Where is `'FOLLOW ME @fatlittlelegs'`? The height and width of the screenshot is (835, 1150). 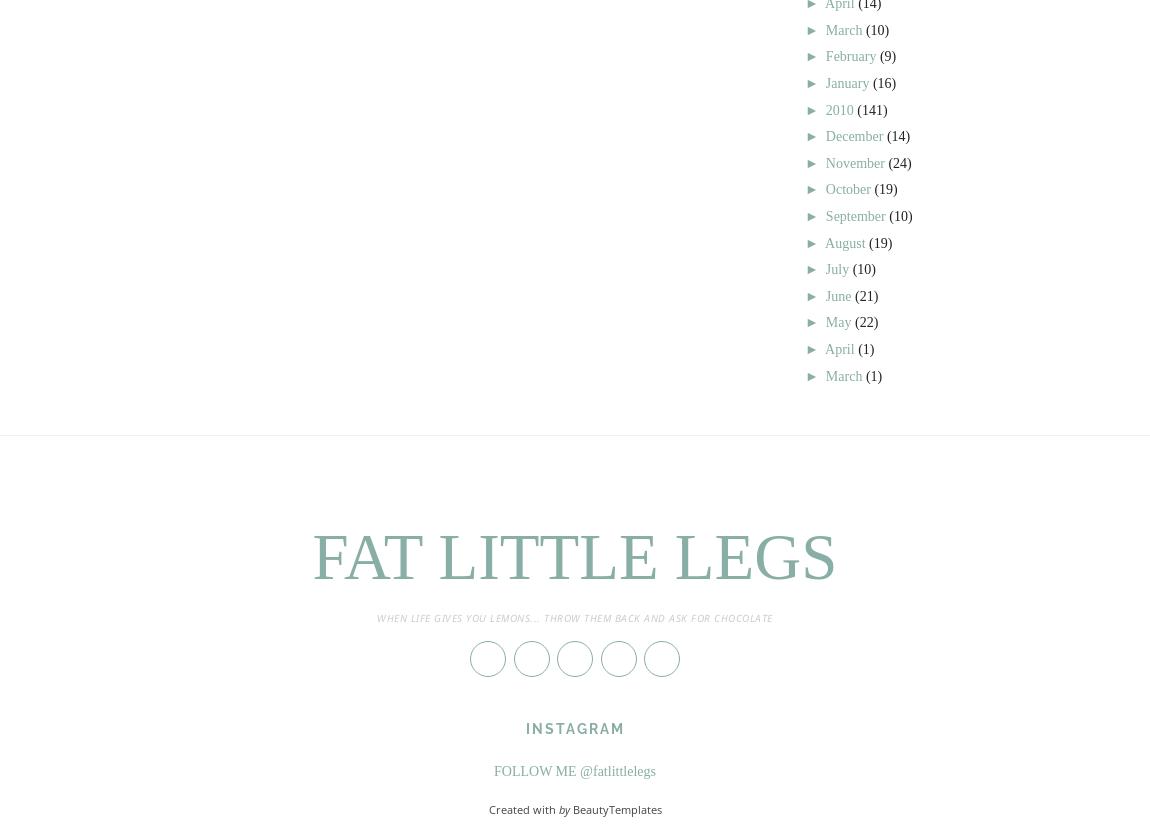 'FOLLOW ME @fatlittlelegs' is located at coordinates (574, 769).